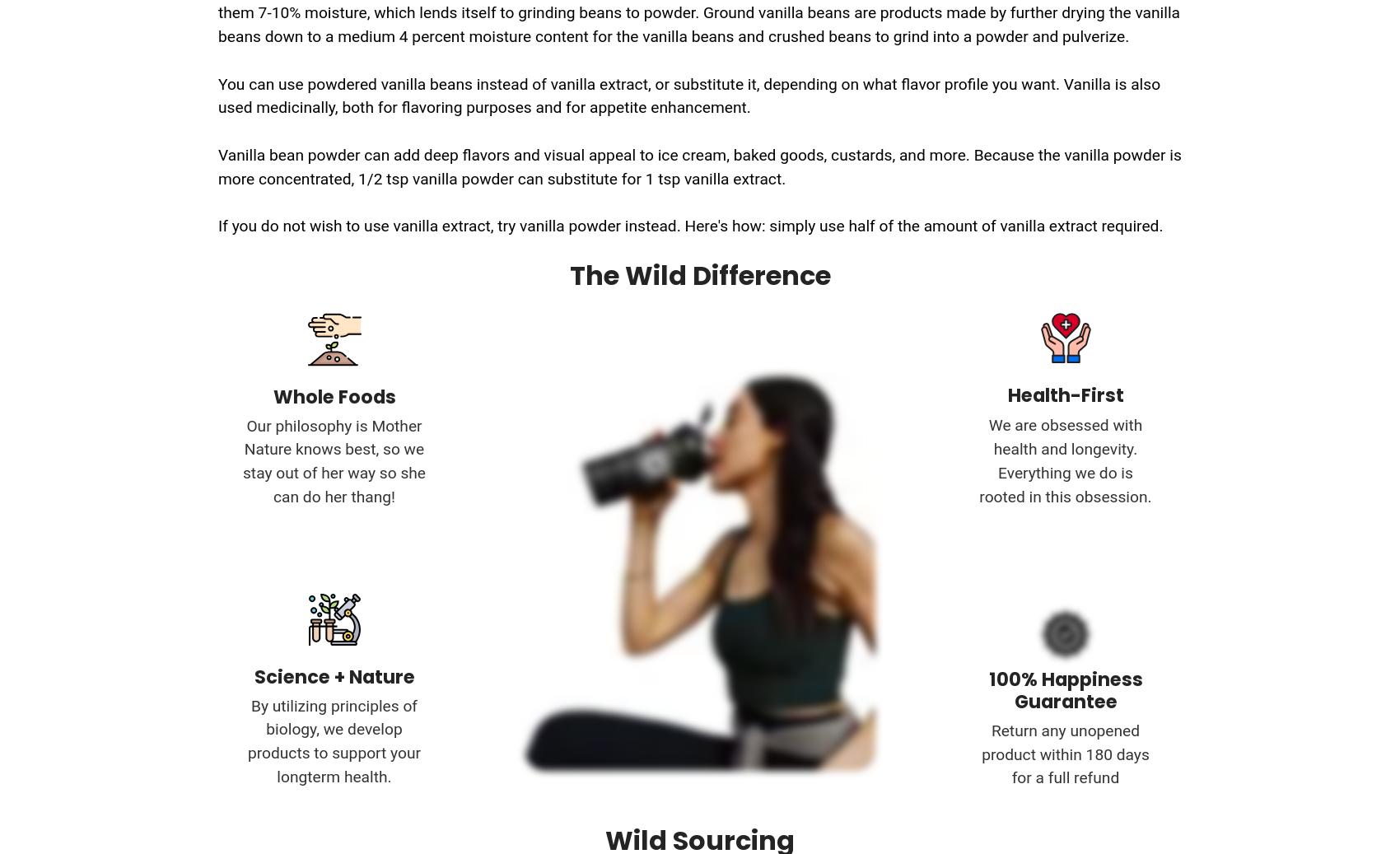 The image size is (1400, 854). Describe the element at coordinates (1065, 689) in the screenshot. I see `'100% Happiness Guarantee'` at that location.